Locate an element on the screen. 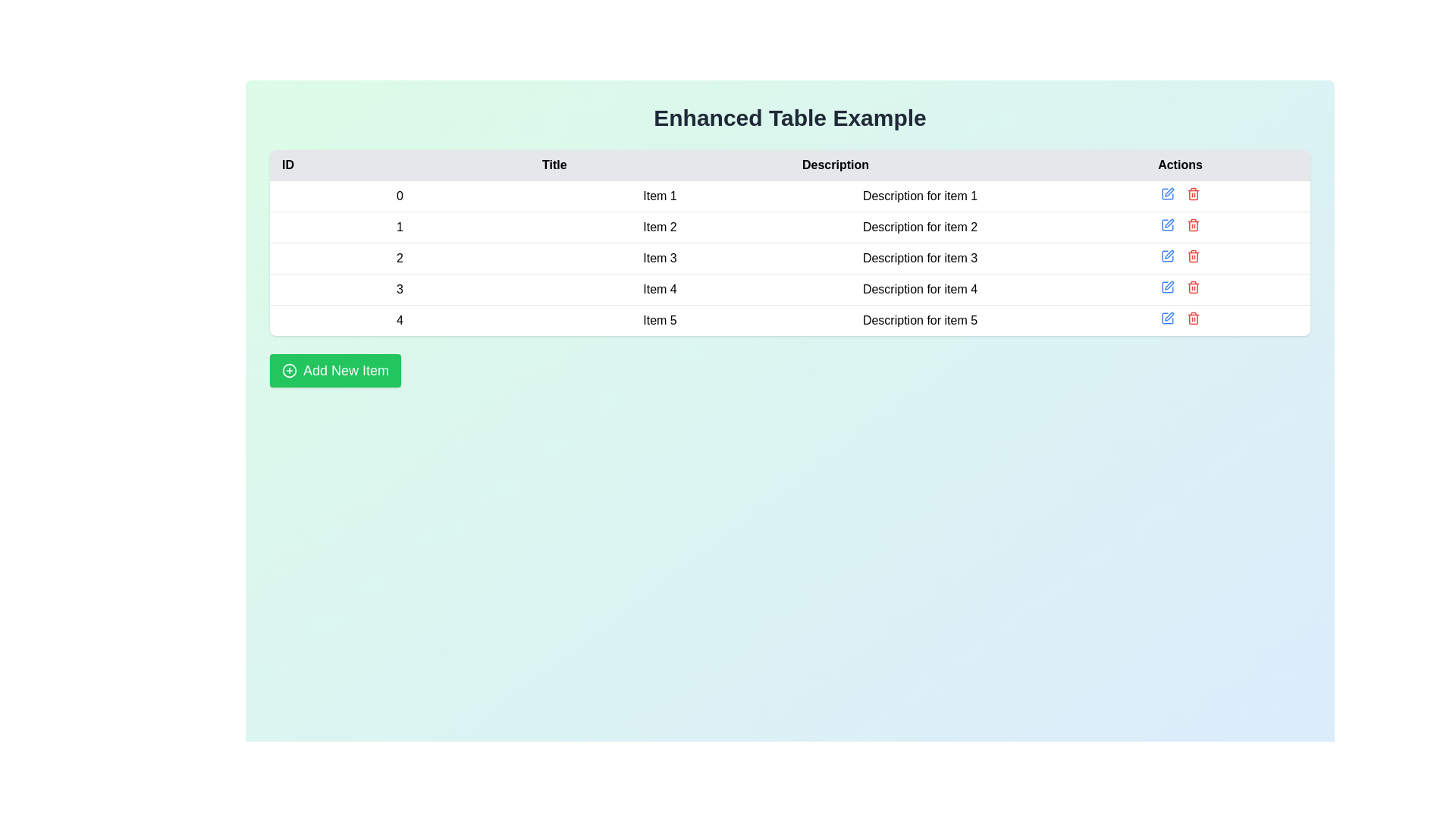 The height and width of the screenshot is (819, 1456). the edit icon resembling a pen or pencil located in the 'Actions' column adjacent to the second row's 'Description for item 2' is located at coordinates (1168, 223).